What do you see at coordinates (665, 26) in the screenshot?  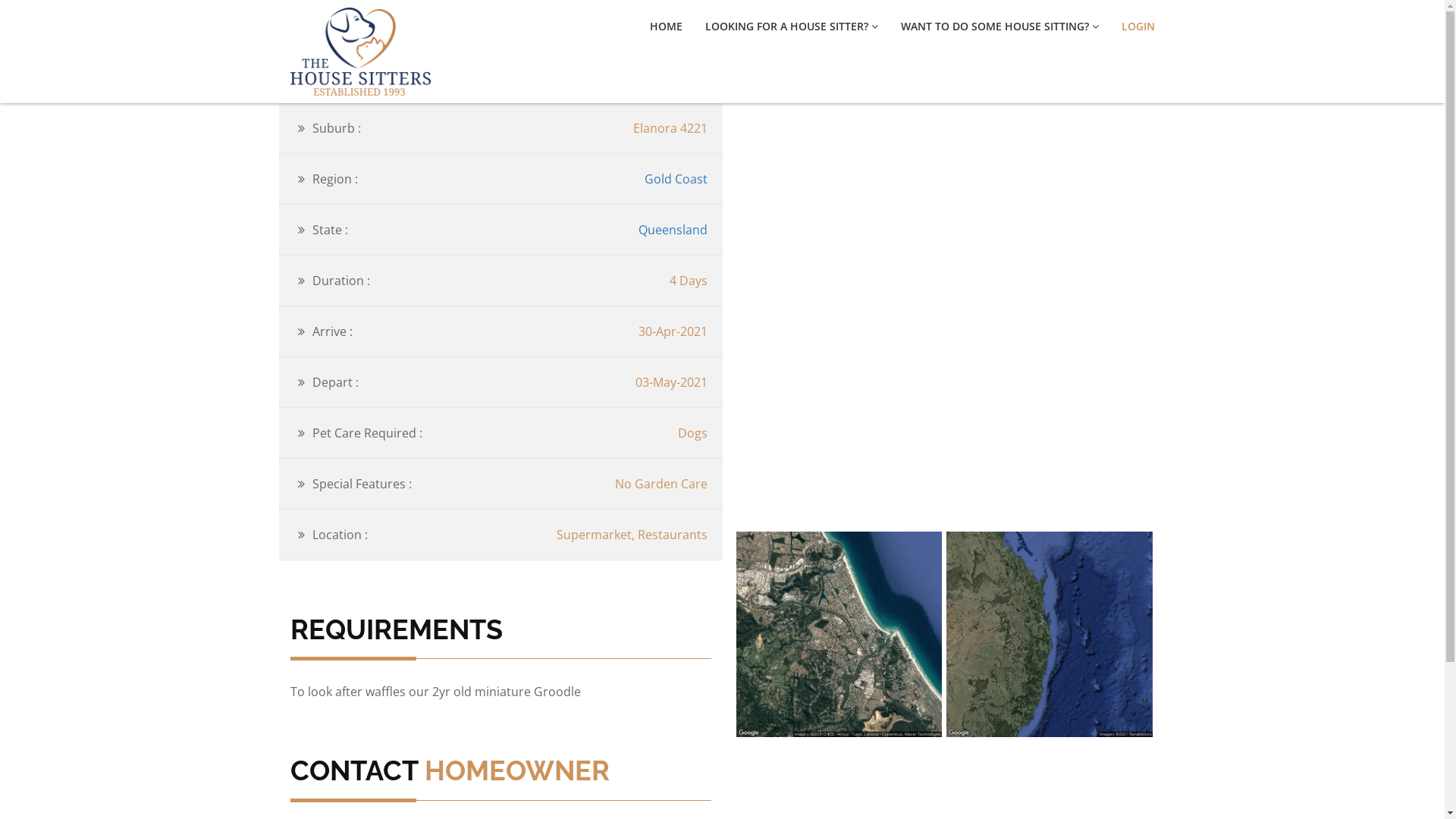 I see `'HOME'` at bounding box center [665, 26].